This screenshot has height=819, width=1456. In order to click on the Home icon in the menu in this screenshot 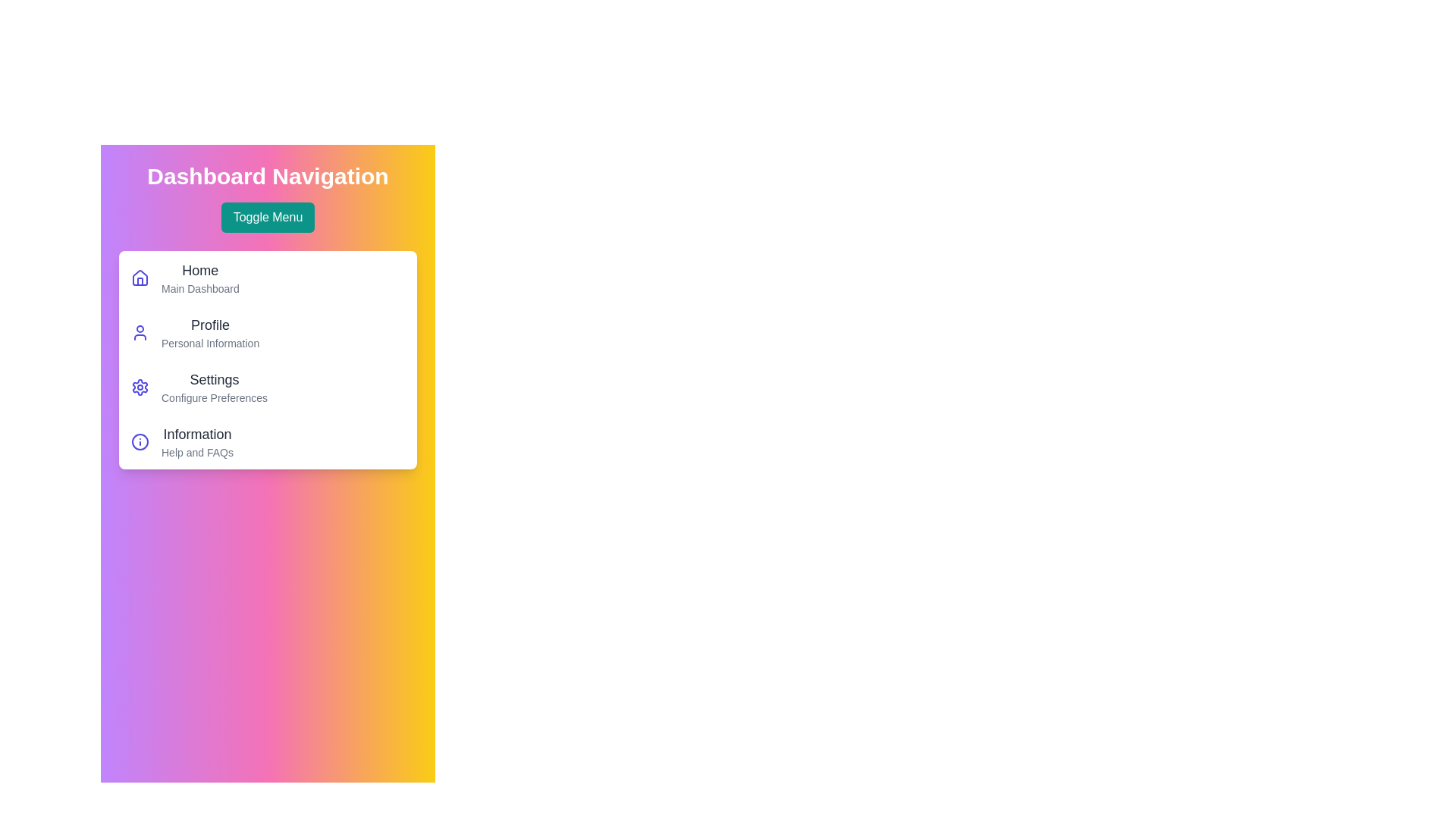, I will do `click(140, 278)`.